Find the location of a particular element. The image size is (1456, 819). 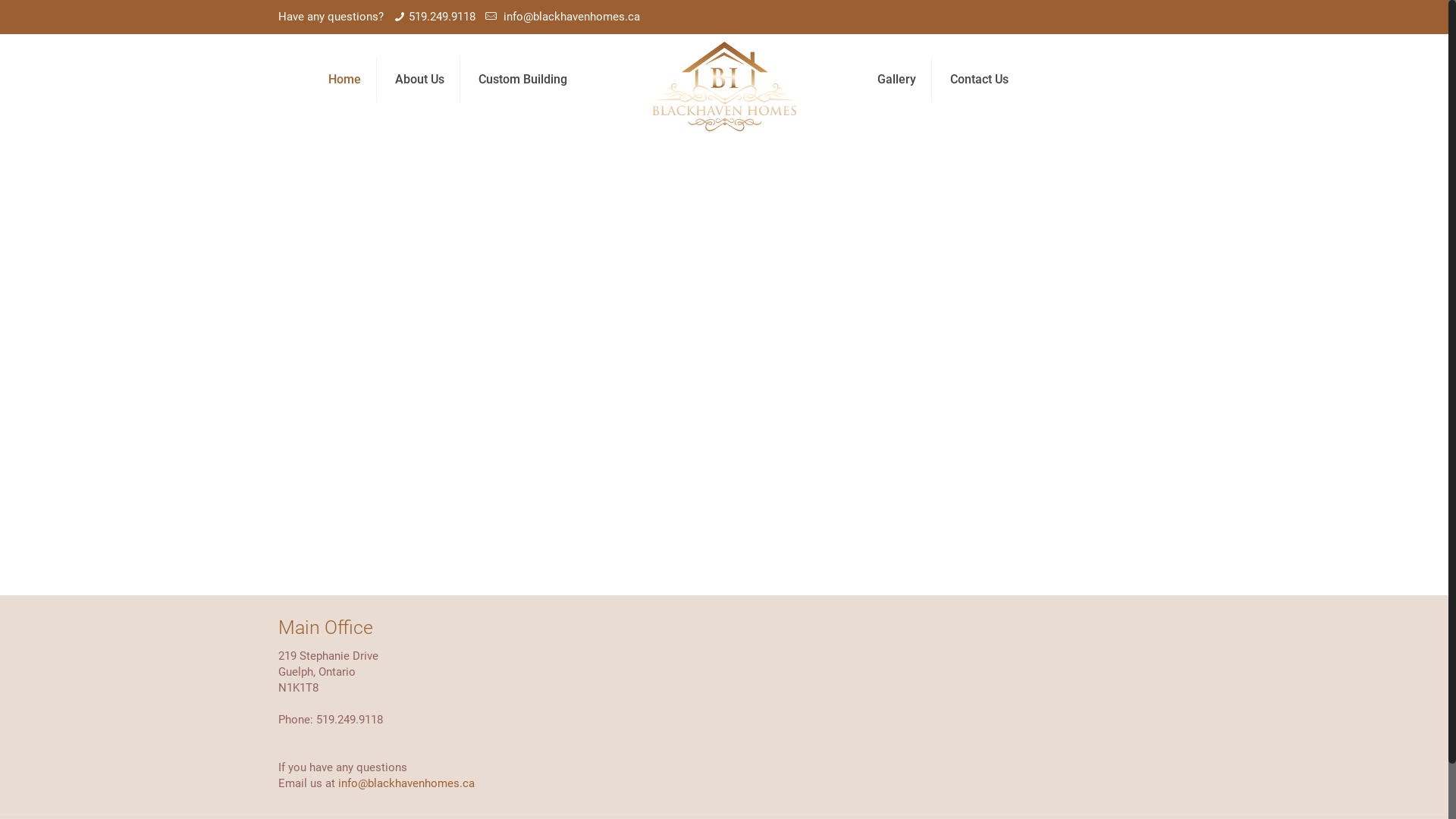

'Gallery' is located at coordinates (896, 79).